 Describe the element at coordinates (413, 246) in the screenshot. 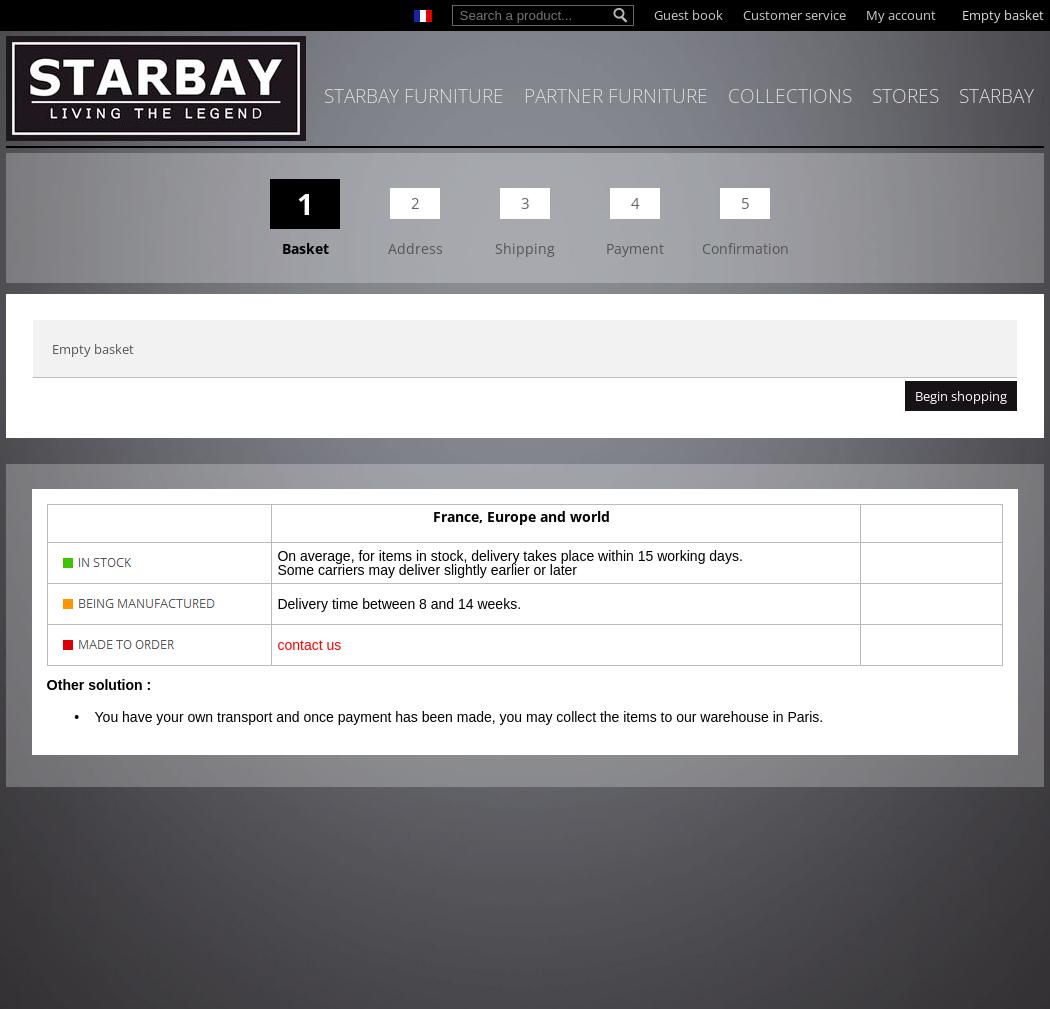

I see `'Address'` at that location.